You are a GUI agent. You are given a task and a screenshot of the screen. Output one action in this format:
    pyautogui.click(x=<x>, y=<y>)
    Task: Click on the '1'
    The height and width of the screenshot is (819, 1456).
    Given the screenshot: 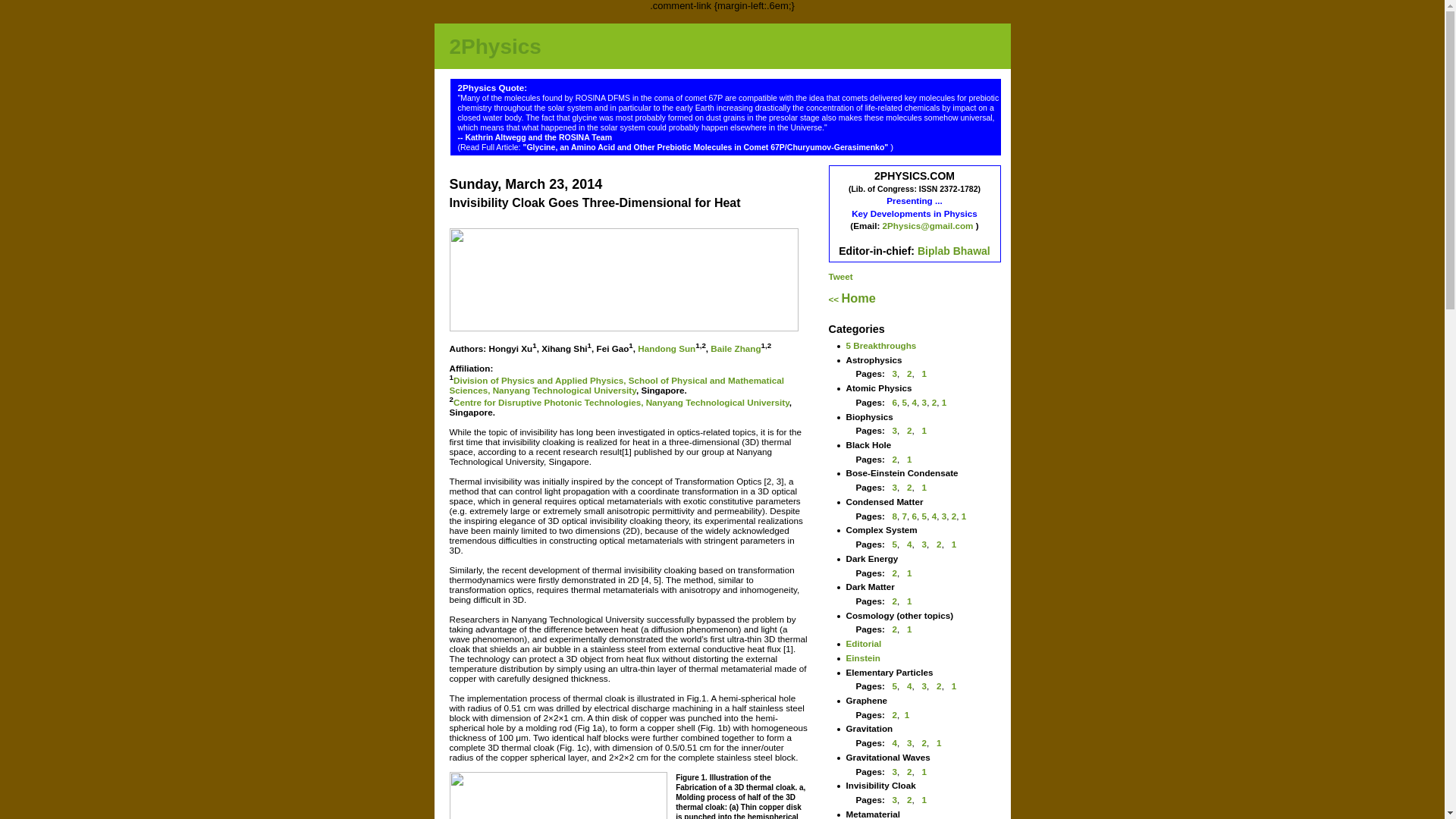 What is the action you would take?
    pyautogui.click(x=960, y=515)
    